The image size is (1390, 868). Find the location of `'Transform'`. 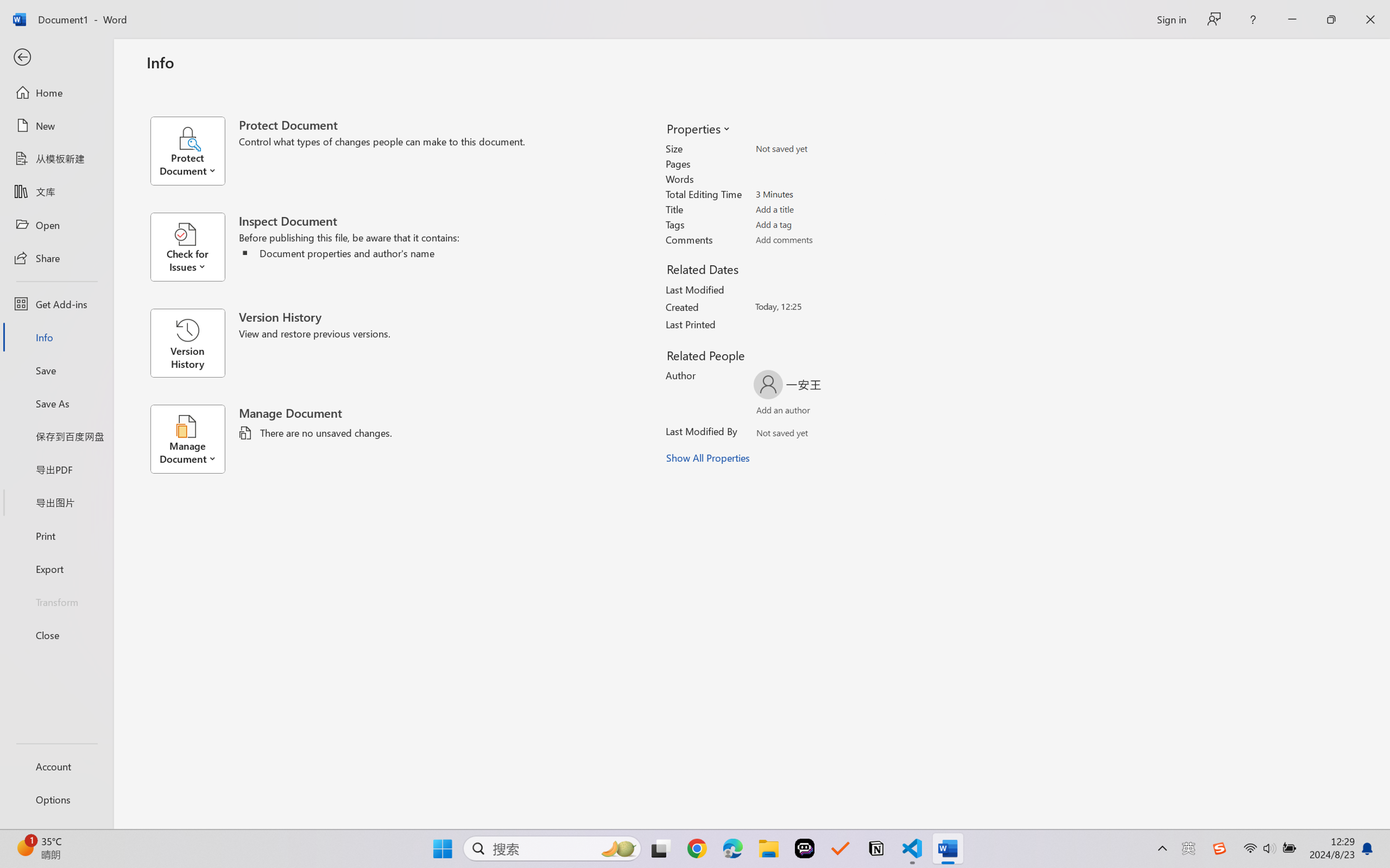

'Transform' is located at coordinates (56, 600).